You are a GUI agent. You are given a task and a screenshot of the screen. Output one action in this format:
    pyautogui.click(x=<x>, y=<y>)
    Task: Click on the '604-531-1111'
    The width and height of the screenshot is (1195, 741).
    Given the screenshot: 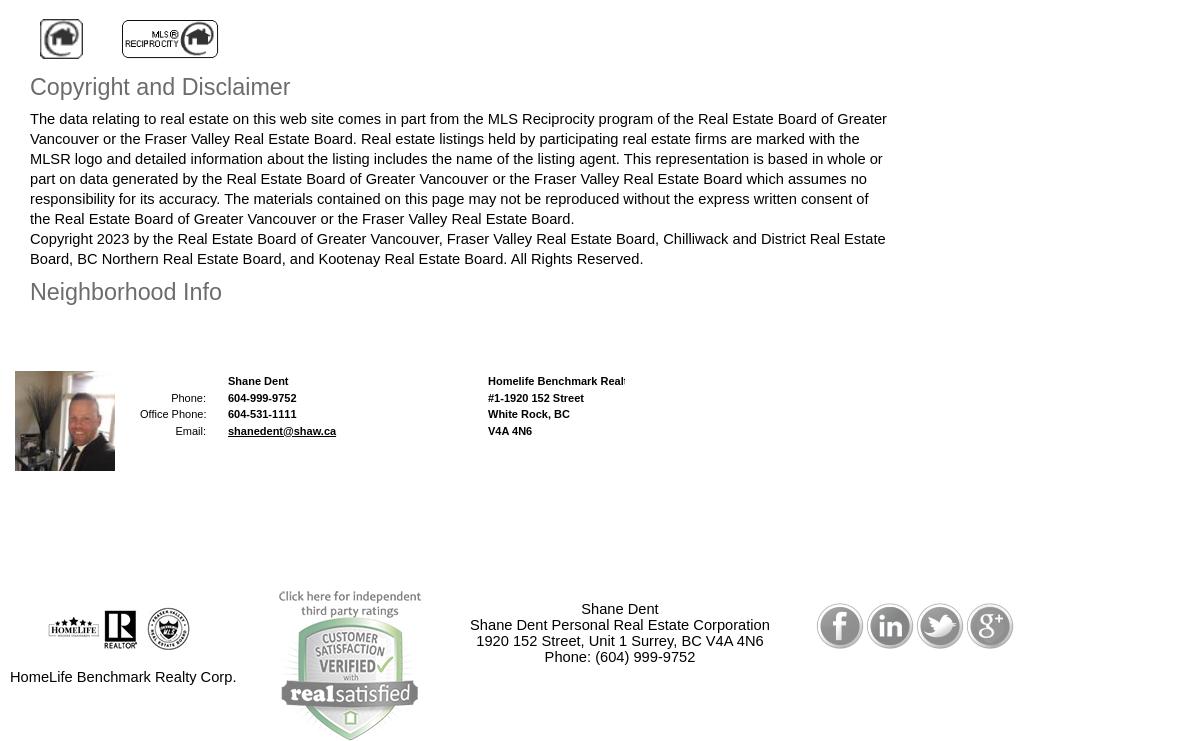 What is the action you would take?
    pyautogui.click(x=227, y=412)
    